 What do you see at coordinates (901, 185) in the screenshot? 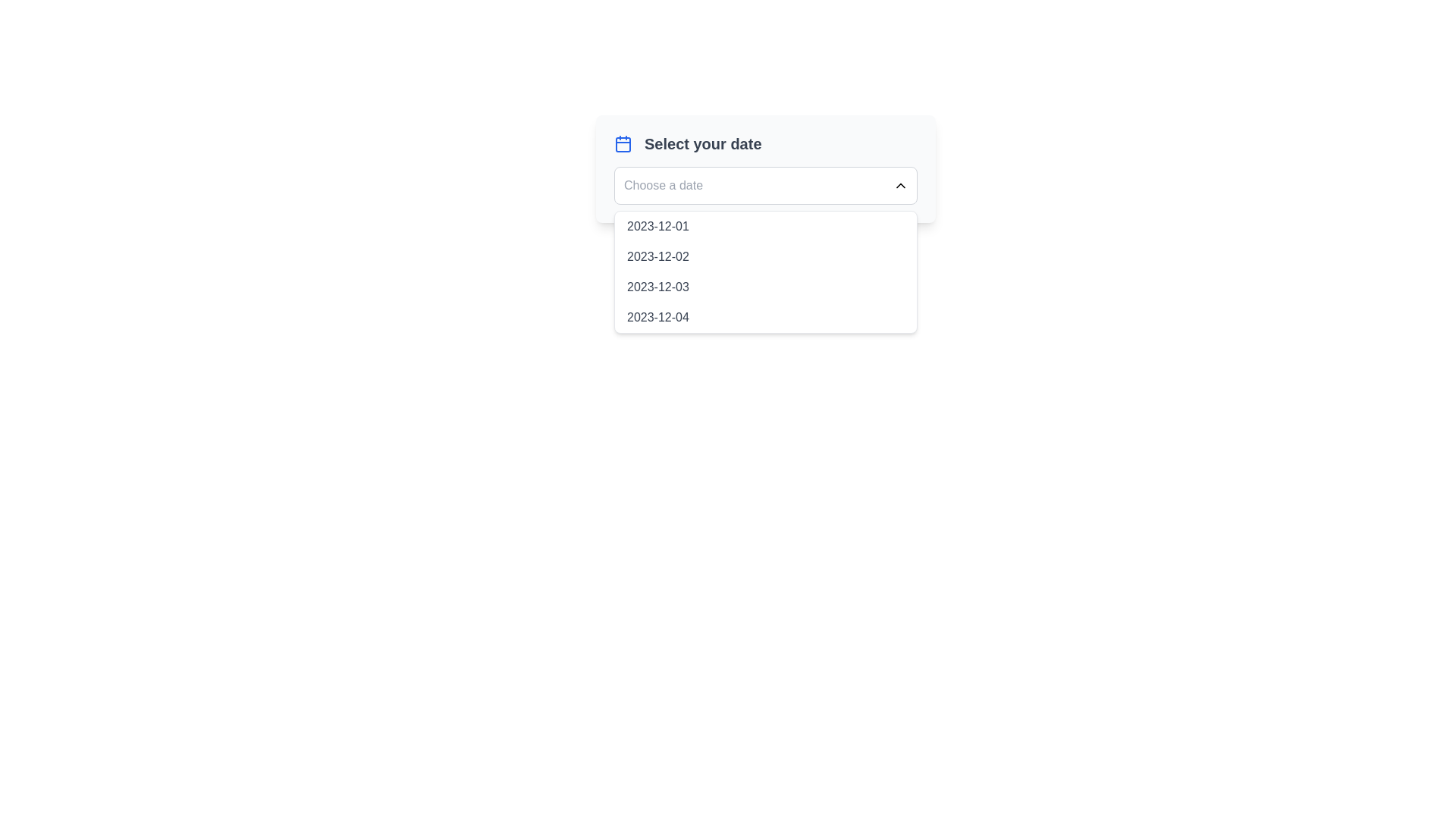
I see `the arrow icon located at the far right of the date picker input field` at bounding box center [901, 185].